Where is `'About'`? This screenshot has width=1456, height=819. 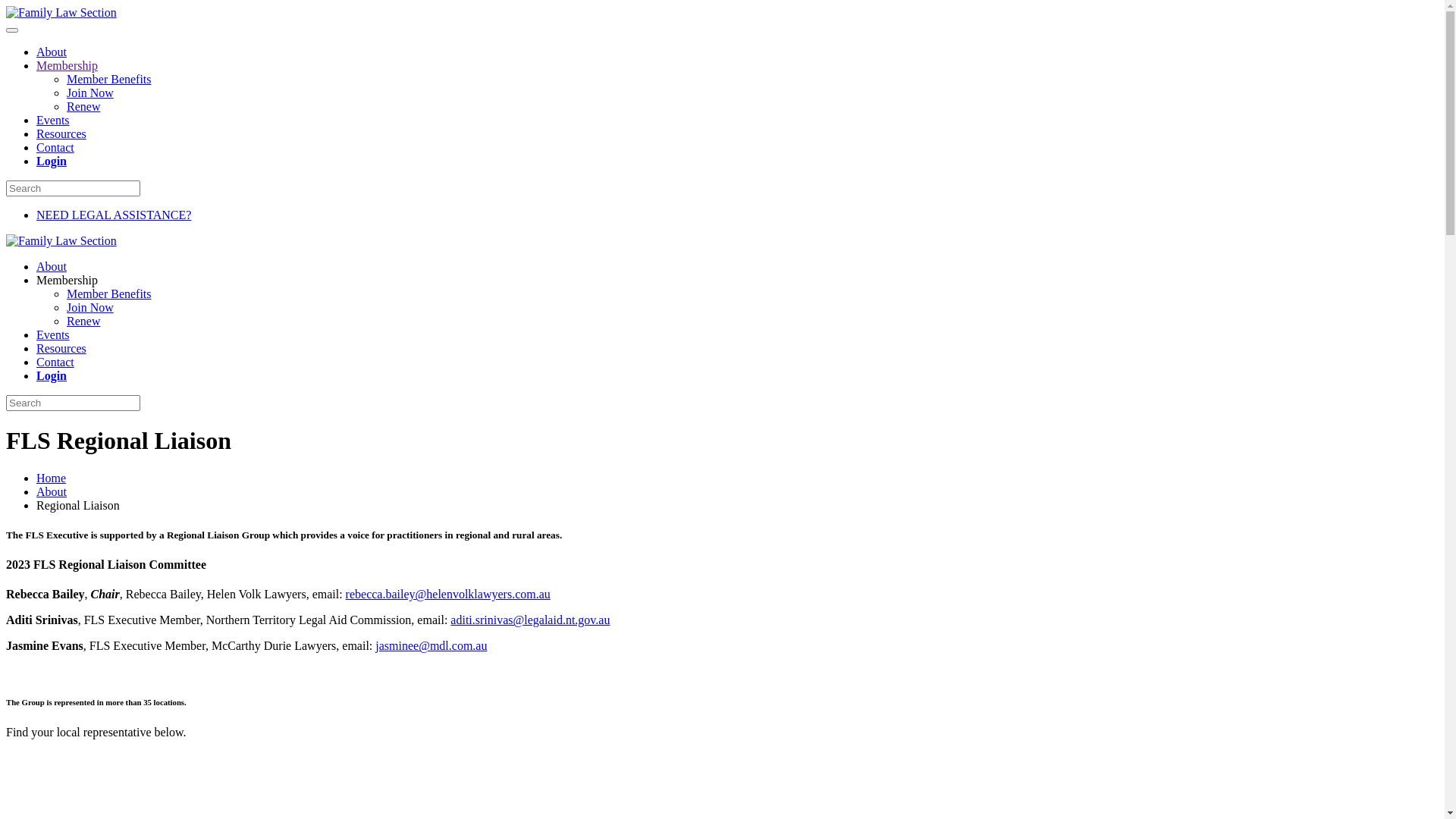
'About' is located at coordinates (51, 265).